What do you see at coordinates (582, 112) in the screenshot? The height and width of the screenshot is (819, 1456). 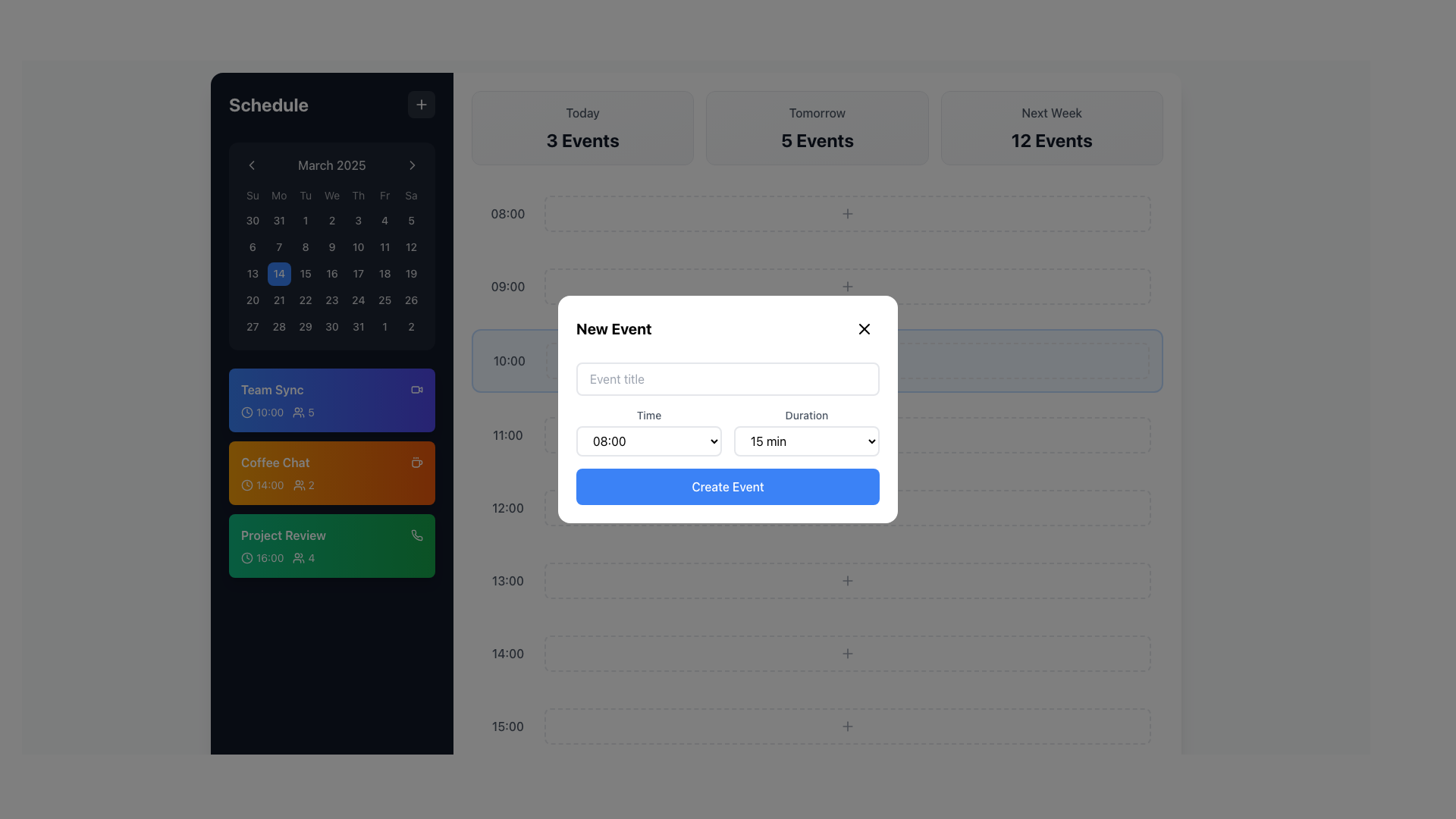 I see `the informational header Text Label indicating scheduled events for 'Today', located at the top center of the schedule section` at bounding box center [582, 112].